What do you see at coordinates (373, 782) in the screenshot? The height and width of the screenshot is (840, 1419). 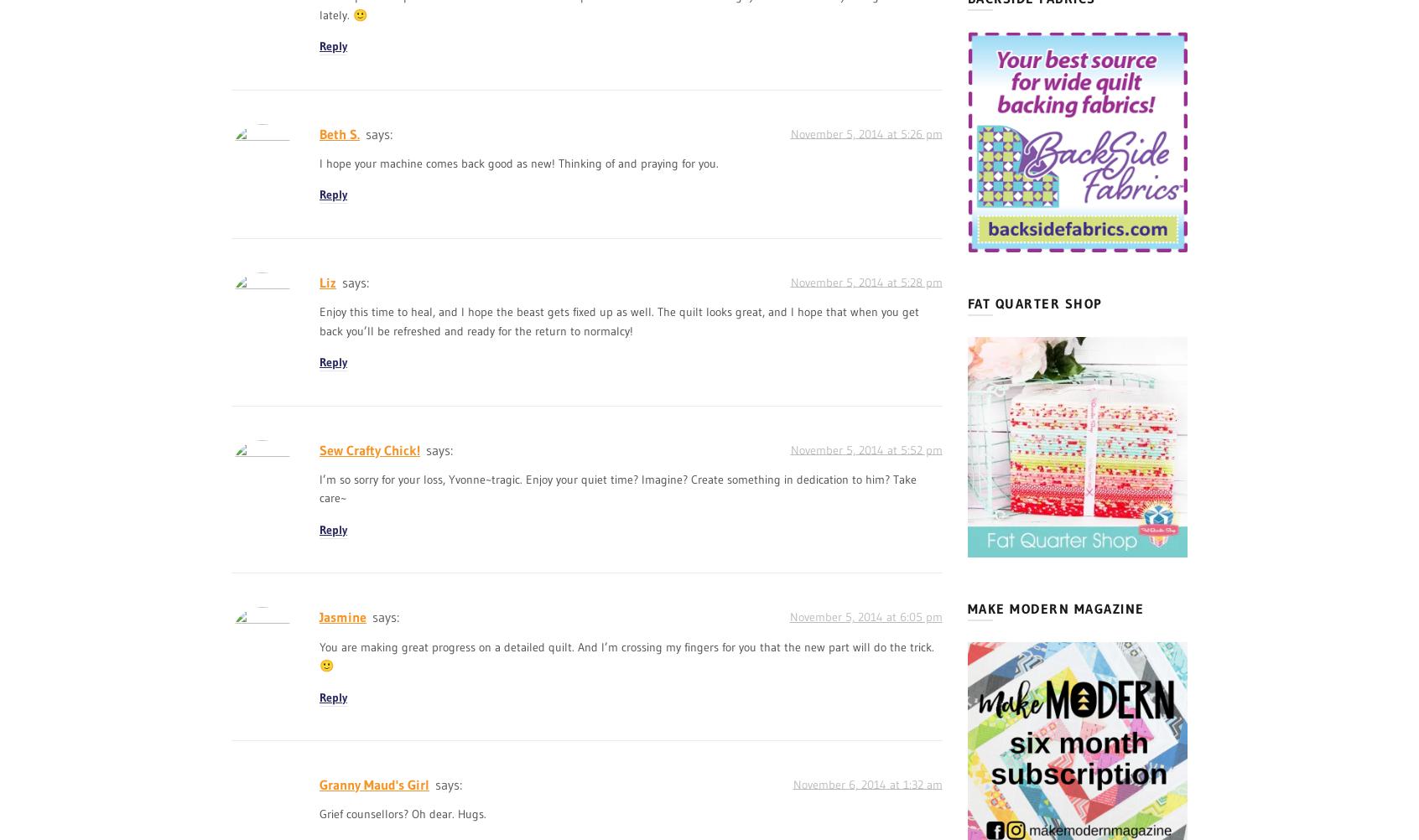 I see `'Granny Maud's Girl'` at bounding box center [373, 782].